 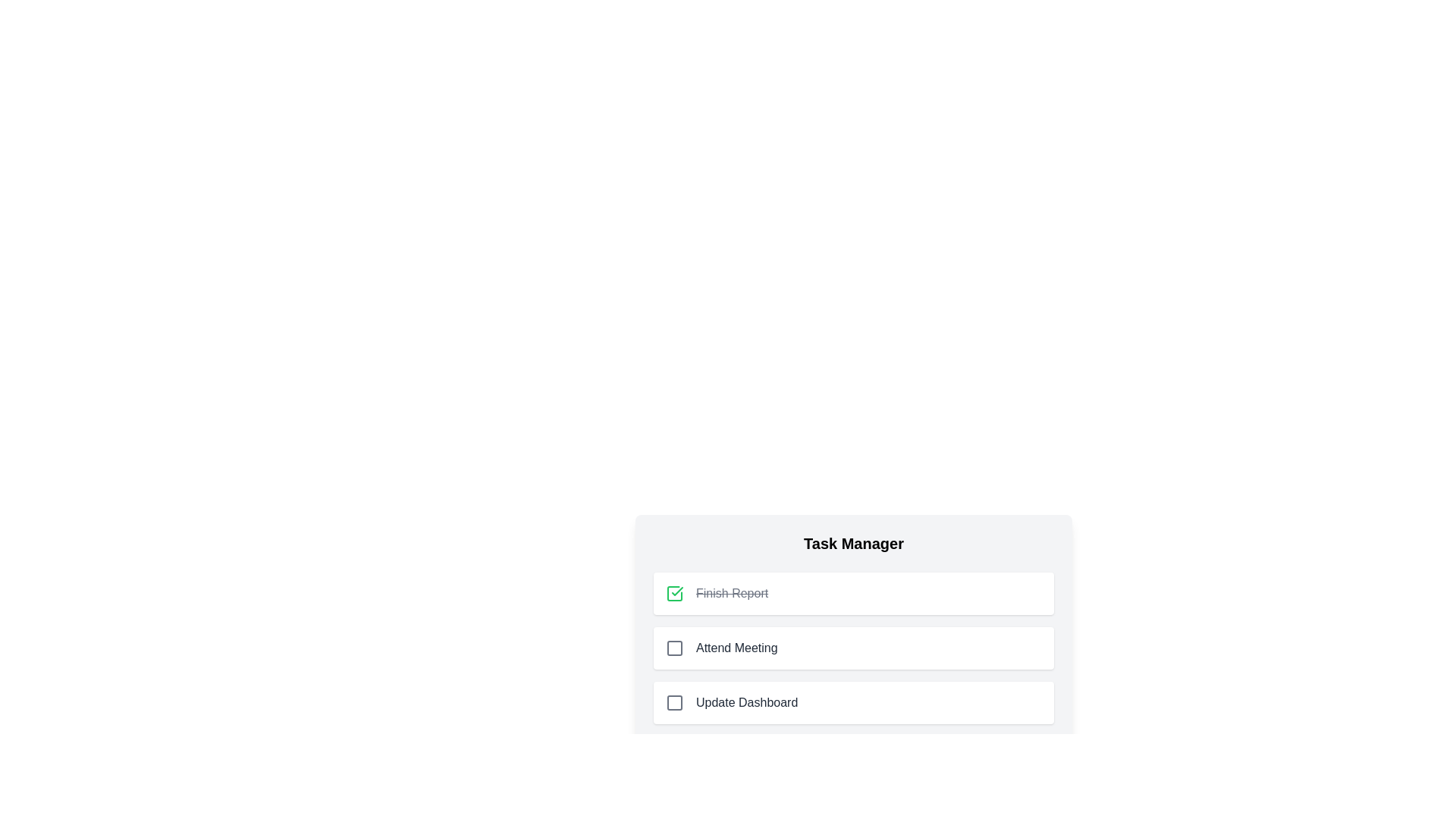 What do you see at coordinates (732, 593) in the screenshot?
I see `the strikethrough text label reading 'Finish Report', indicating a completed task within the task list interface` at bounding box center [732, 593].